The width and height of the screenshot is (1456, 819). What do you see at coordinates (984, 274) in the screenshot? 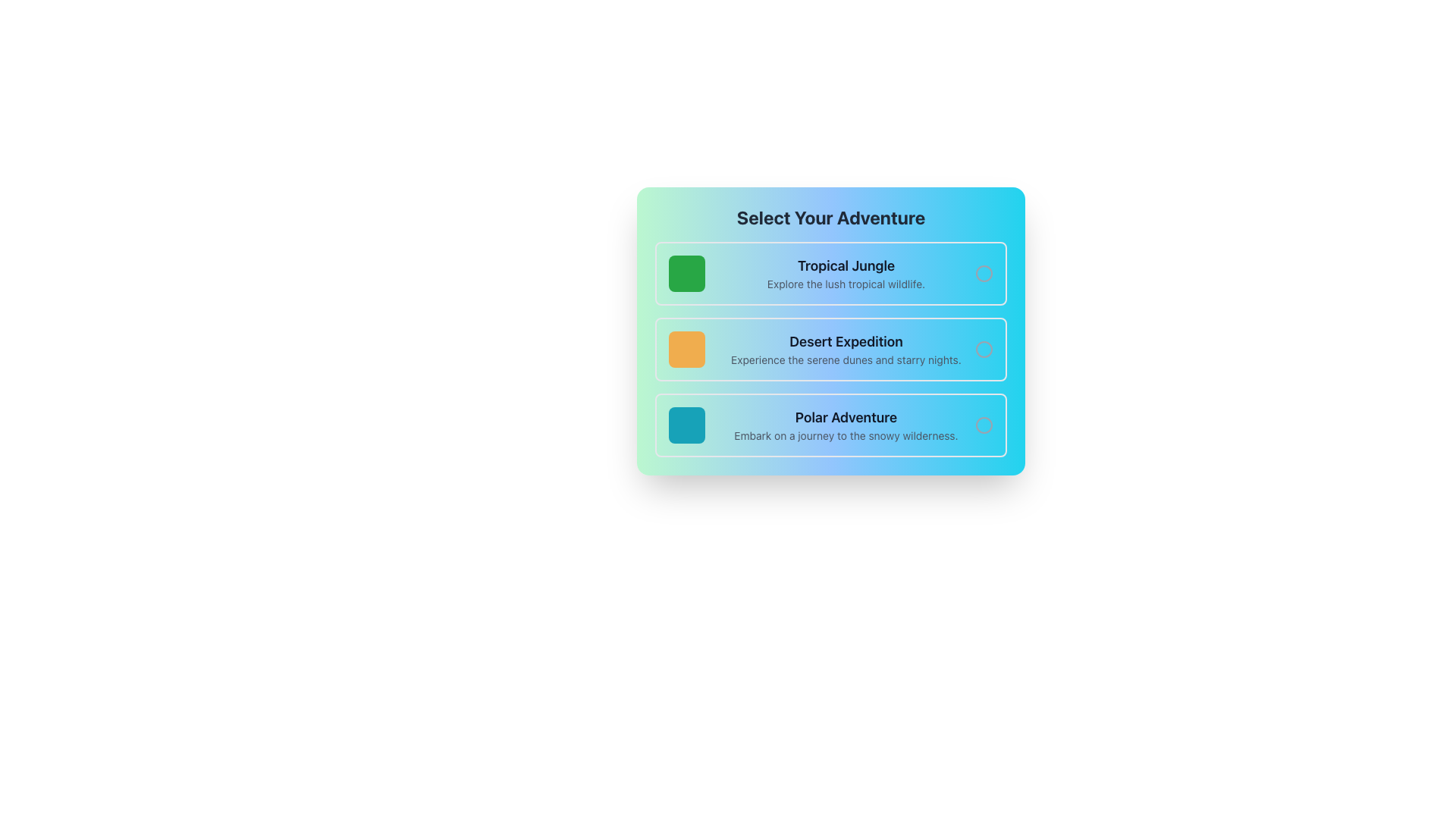
I see `the circular radio button icon located within the 'Tropical Jungle' card` at bounding box center [984, 274].